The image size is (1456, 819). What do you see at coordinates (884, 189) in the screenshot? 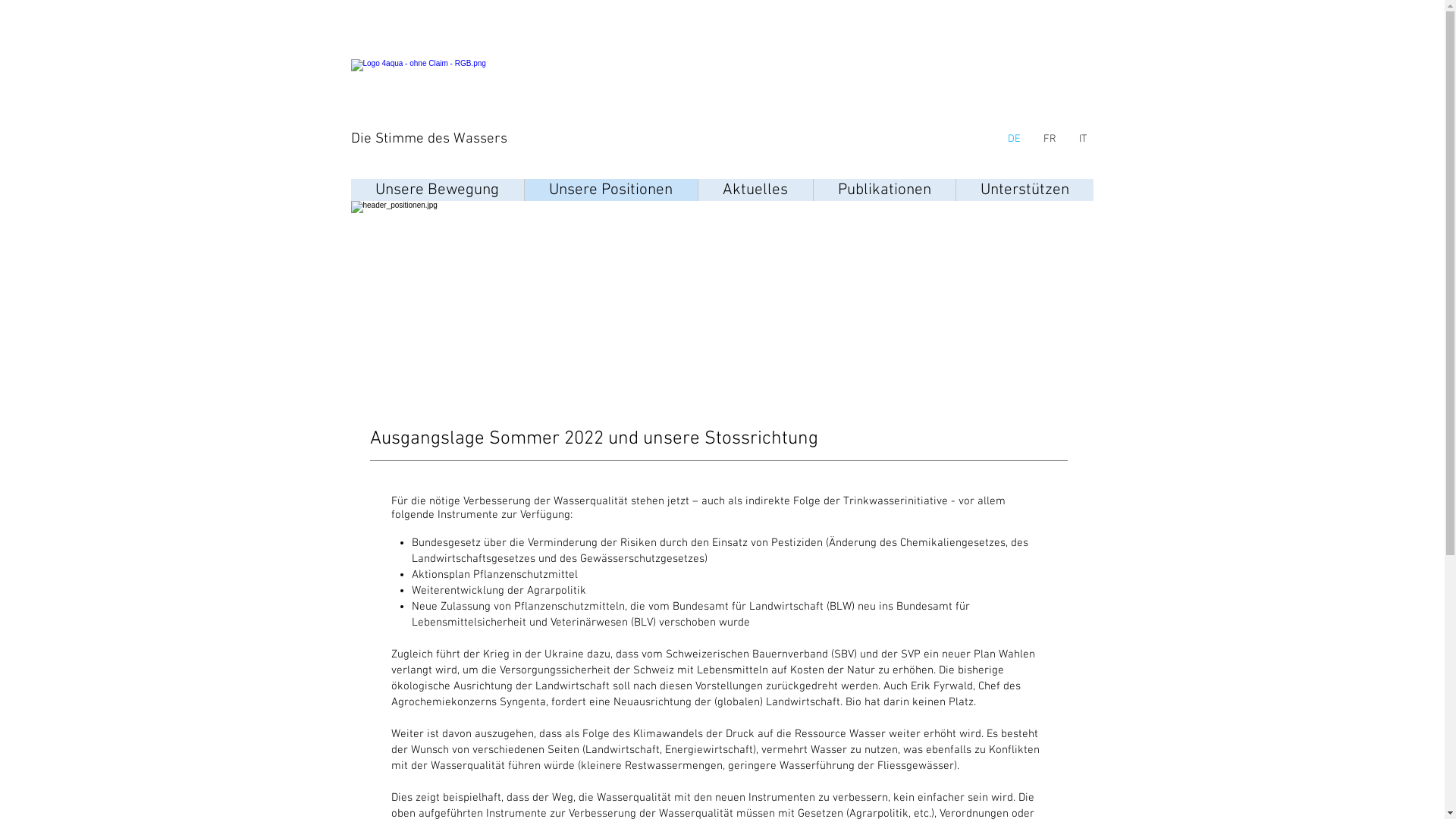
I see `'Publikationen'` at bounding box center [884, 189].